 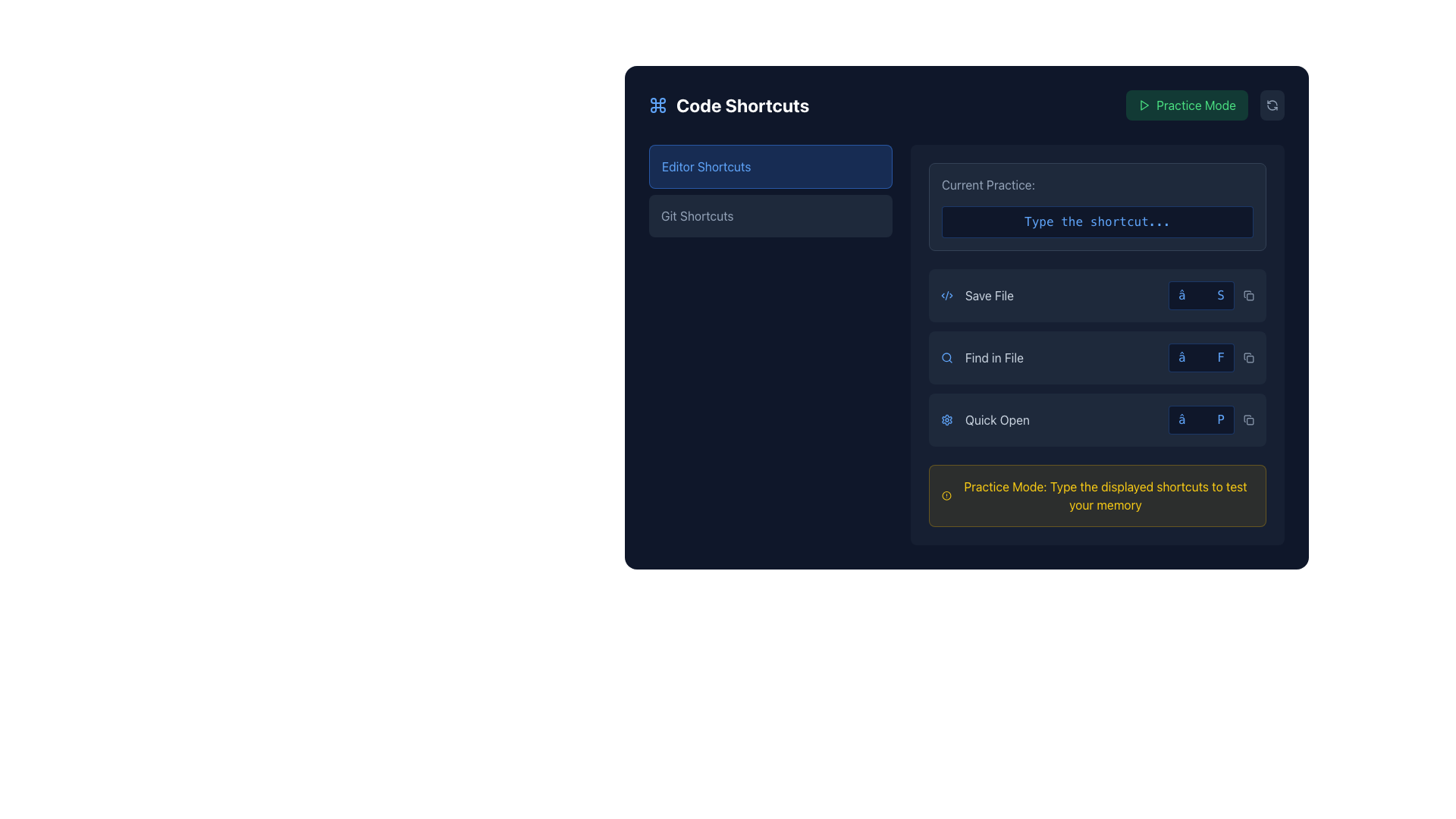 I want to click on the green 'Practice Mode' button, which features a play icon to the left of the text, so click(x=1204, y=104).